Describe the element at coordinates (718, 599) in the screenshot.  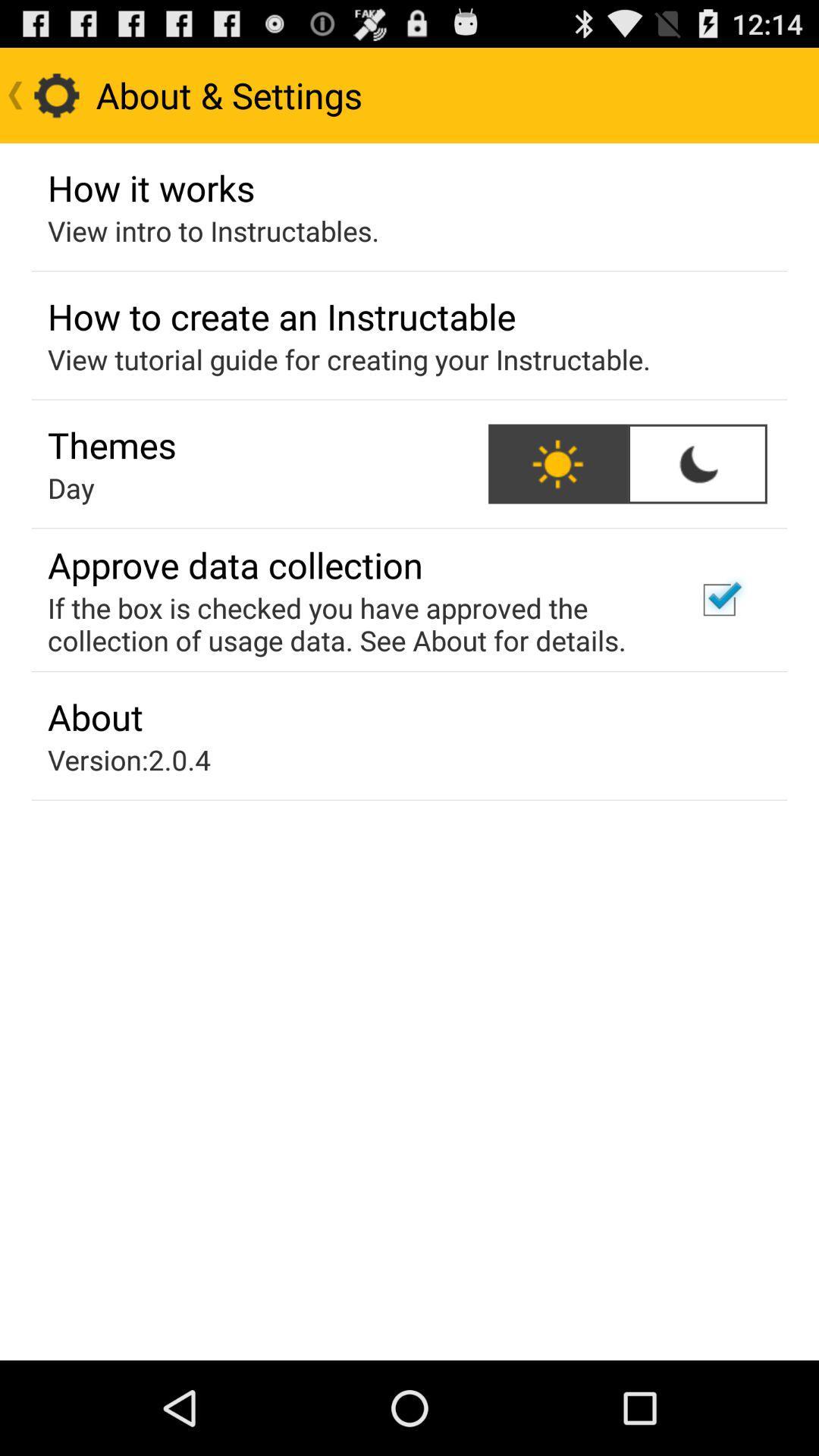
I see `the icon on the right` at that location.